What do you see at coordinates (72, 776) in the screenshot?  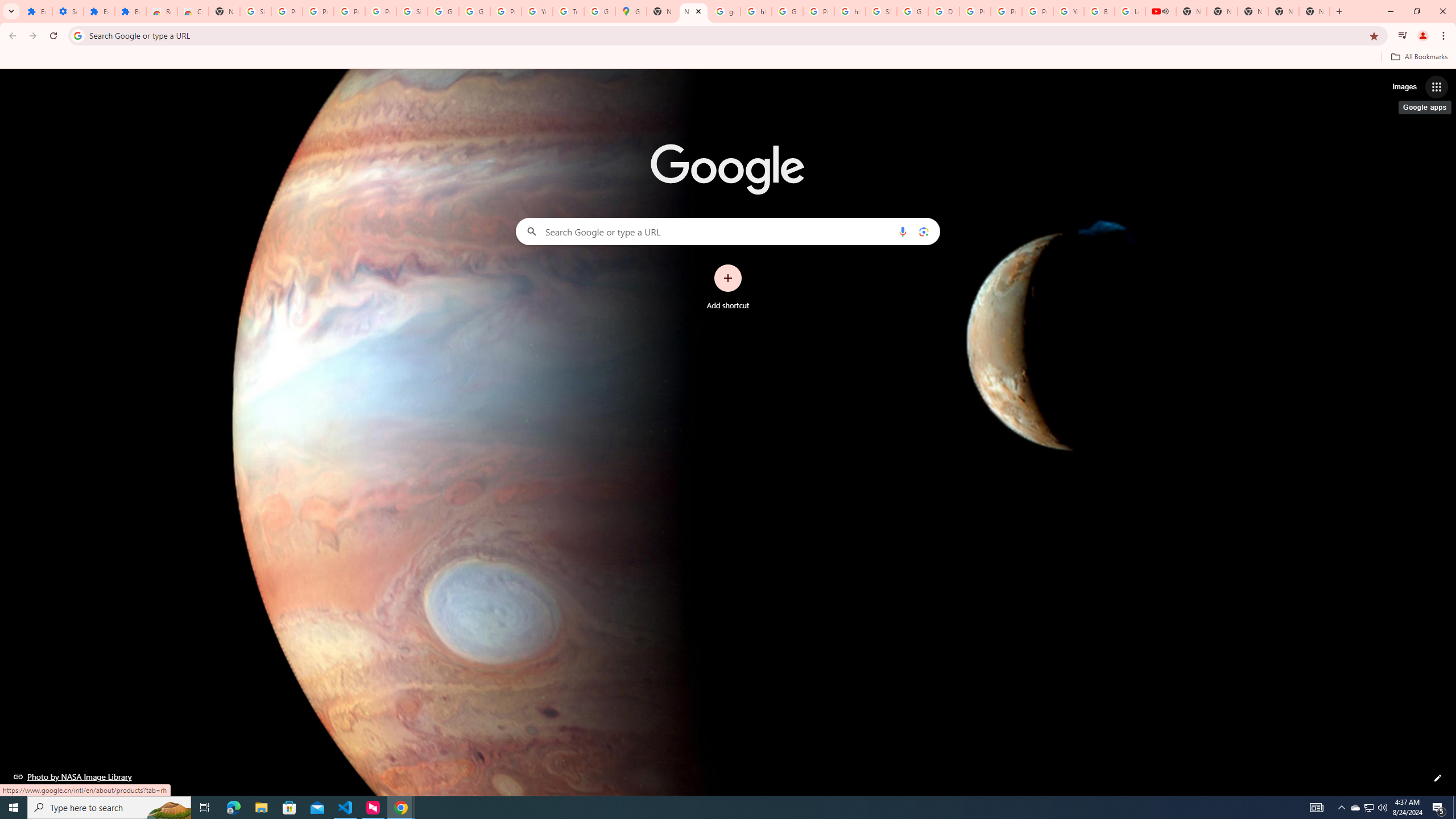 I see `'Photo by NASA Image Library'` at bounding box center [72, 776].